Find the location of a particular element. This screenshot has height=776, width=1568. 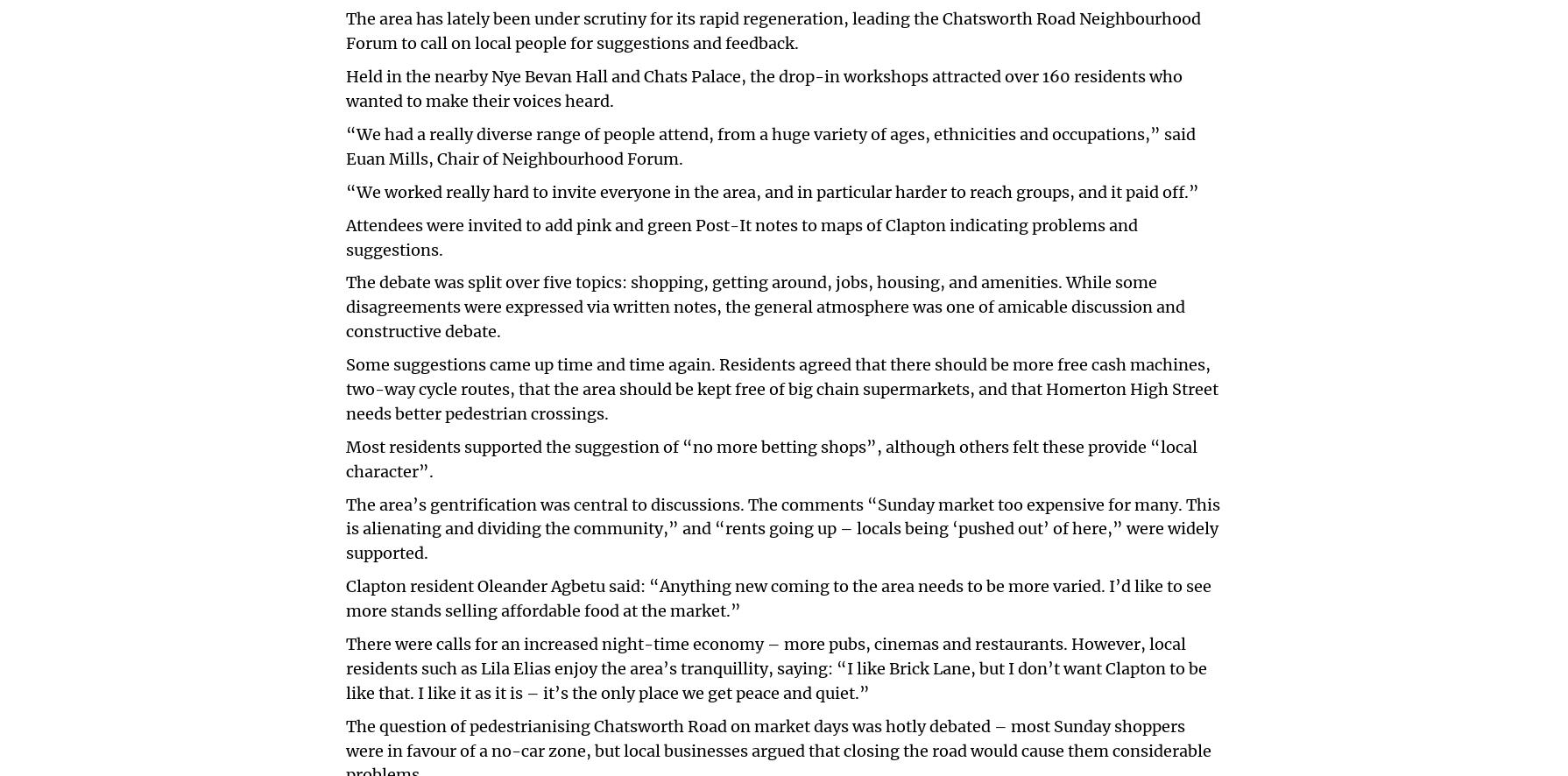

'Some suggestions came up time and time again. Residents agreed that there should be more free cash machines, two-way cycle routes, that the area should be kept free of big chain supermarkets, and that Homerton High Street needs better pedestrian crossings.' is located at coordinates (781, 388).